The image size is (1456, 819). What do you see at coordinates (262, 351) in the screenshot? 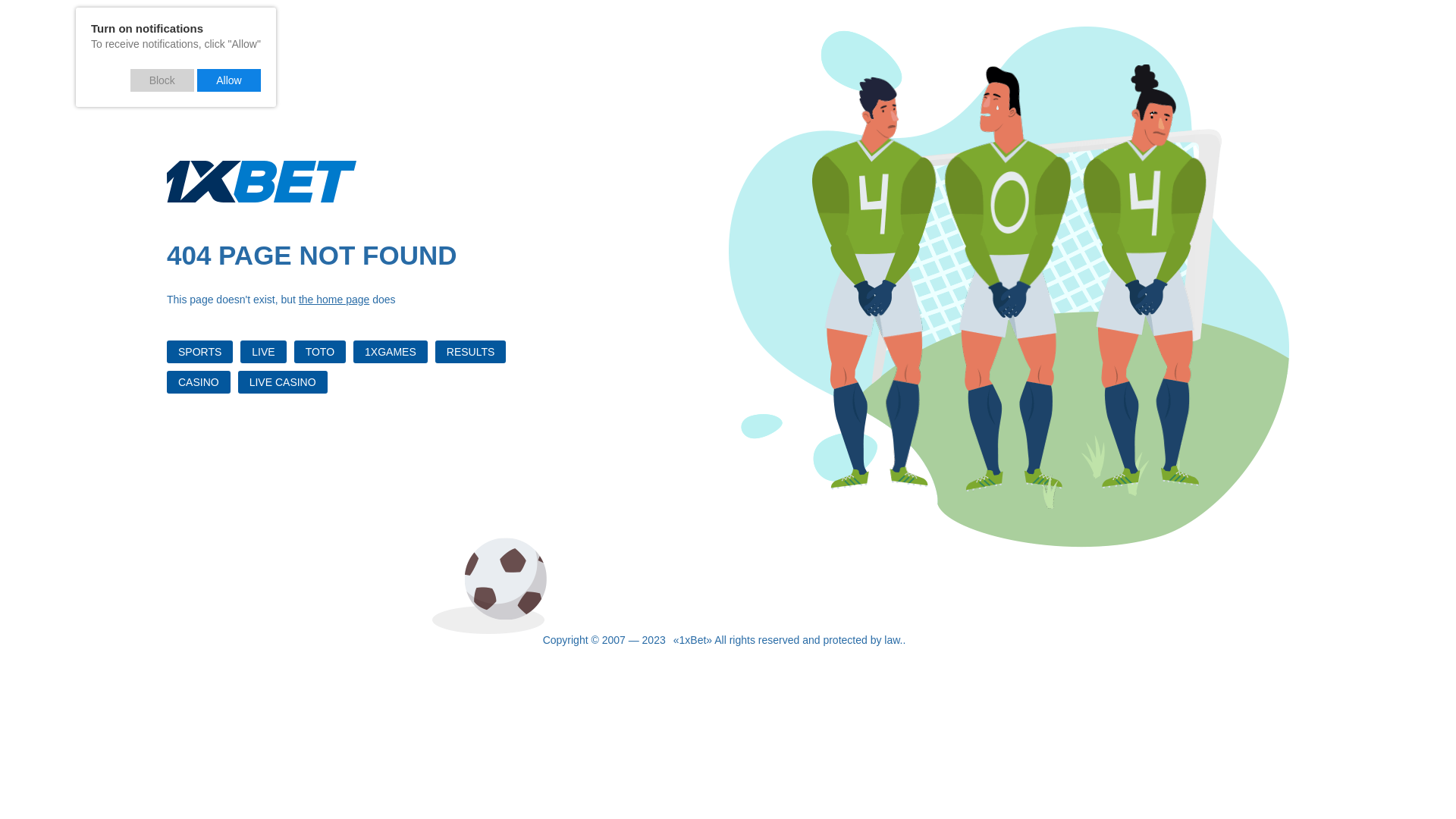
I see `'LIVE'` at bounding box center [262, 351].